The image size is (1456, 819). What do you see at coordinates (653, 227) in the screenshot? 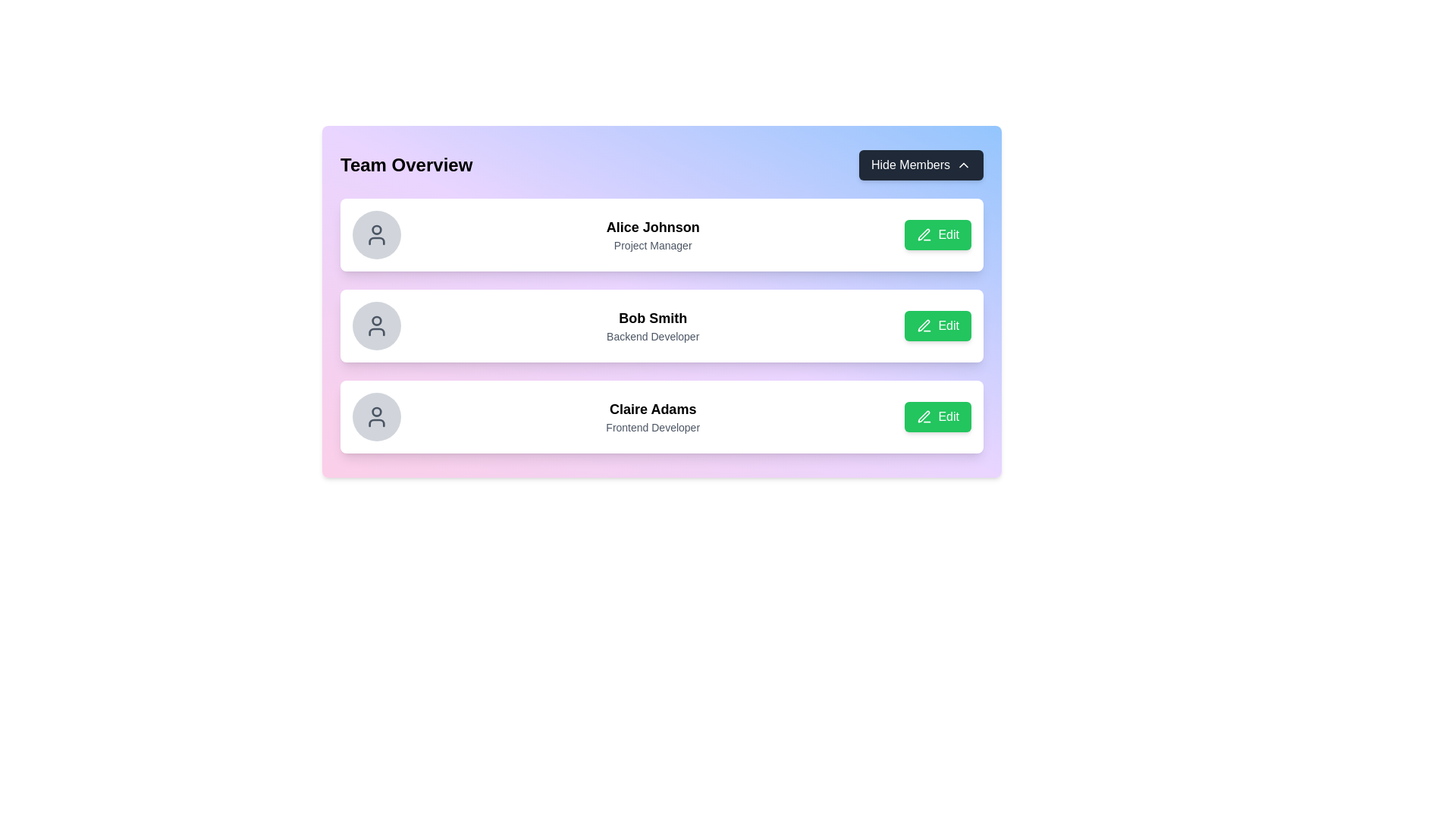
I see `text from the text label displaying 'Alice Johnson' in bold, which is positioned above the subtitle 'Project Manager'` at bounding box center [653, 227].